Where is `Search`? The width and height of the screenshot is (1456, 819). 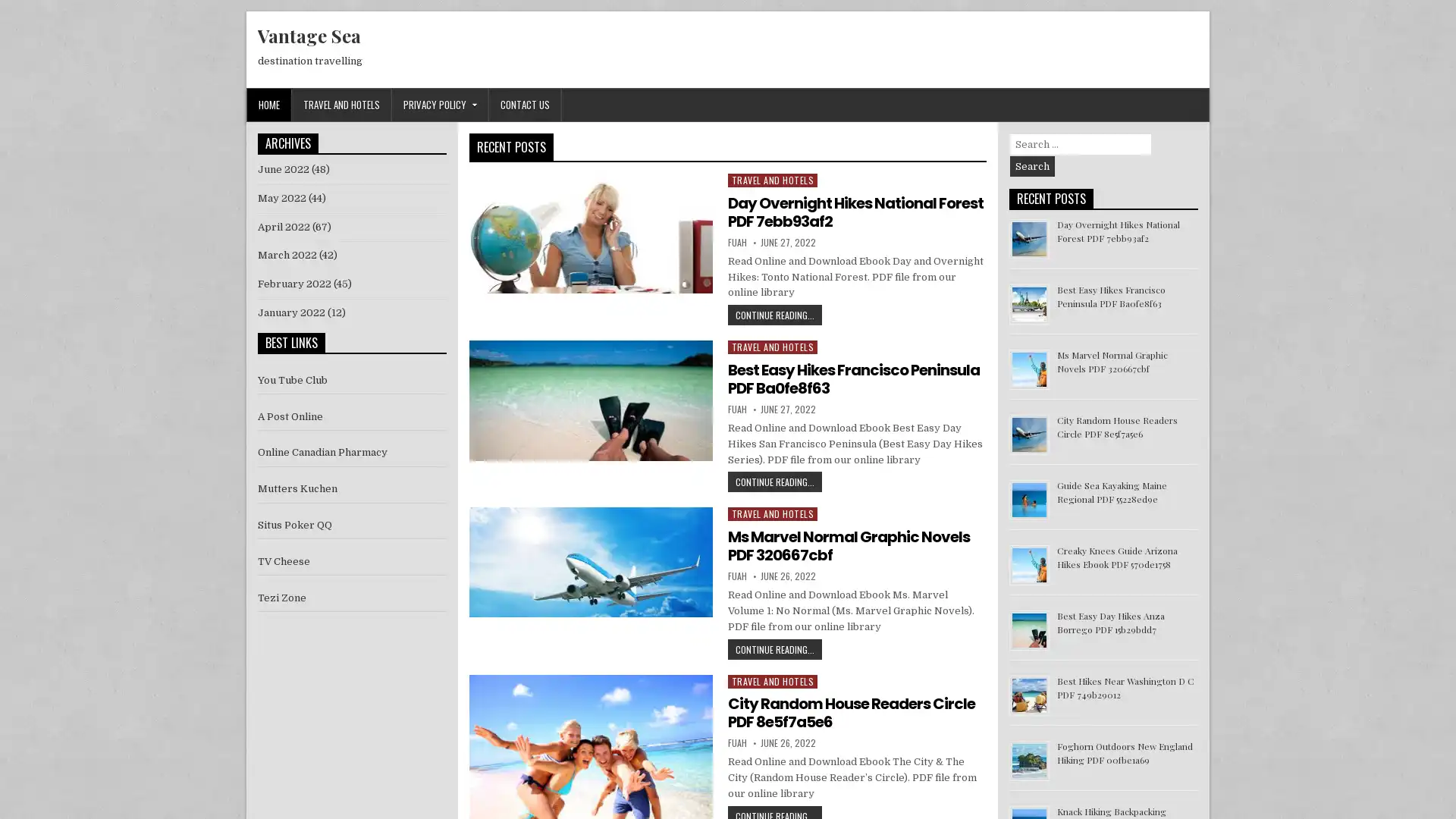 Search is located at coordinates (1031, 166).